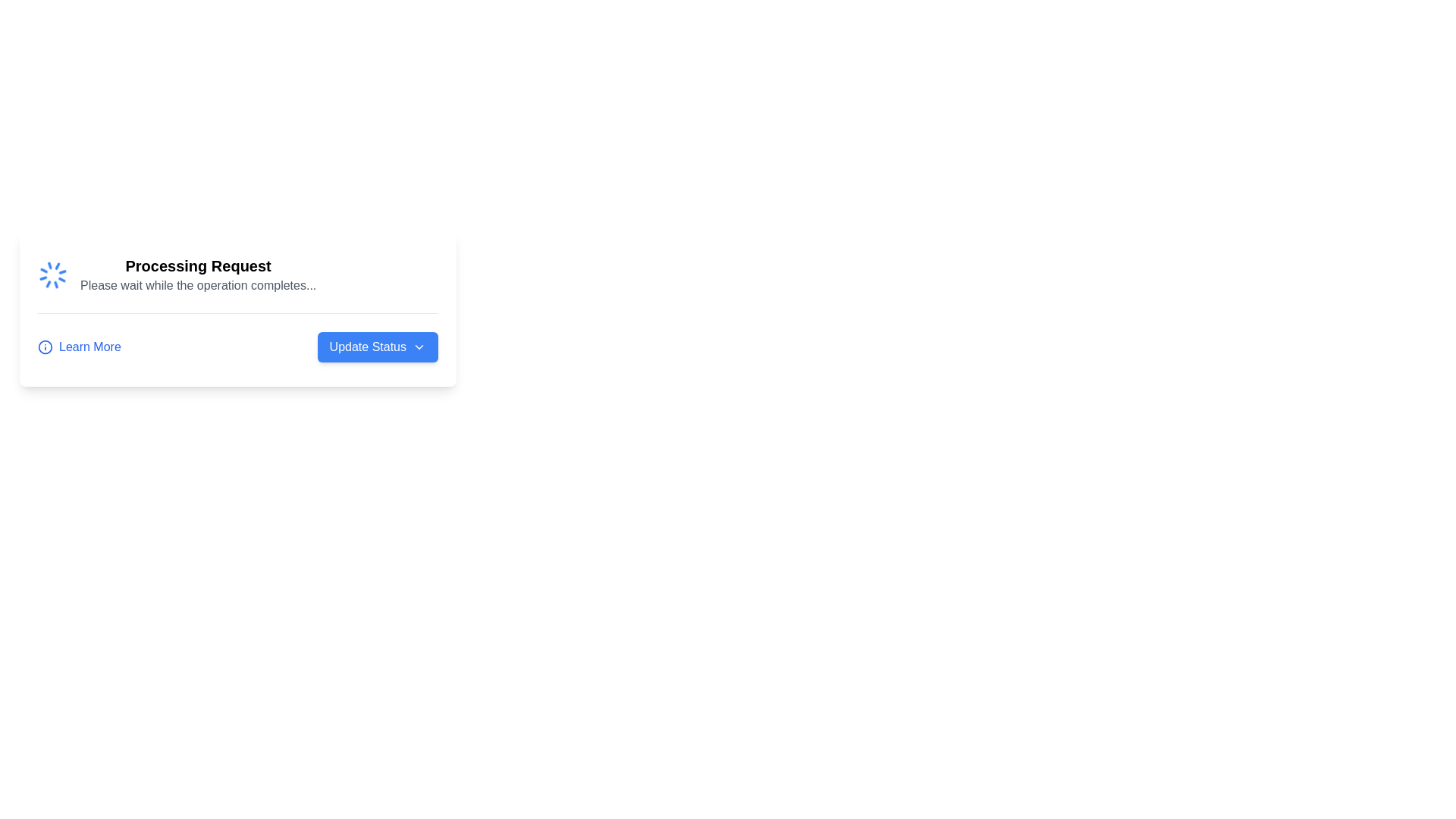  I want to click on the Static Text Component that displays 'Processing Request' in bold black font and 'Please wait while the operation completes...' in gray font, located centrally within the card interface, so click(197, 275).